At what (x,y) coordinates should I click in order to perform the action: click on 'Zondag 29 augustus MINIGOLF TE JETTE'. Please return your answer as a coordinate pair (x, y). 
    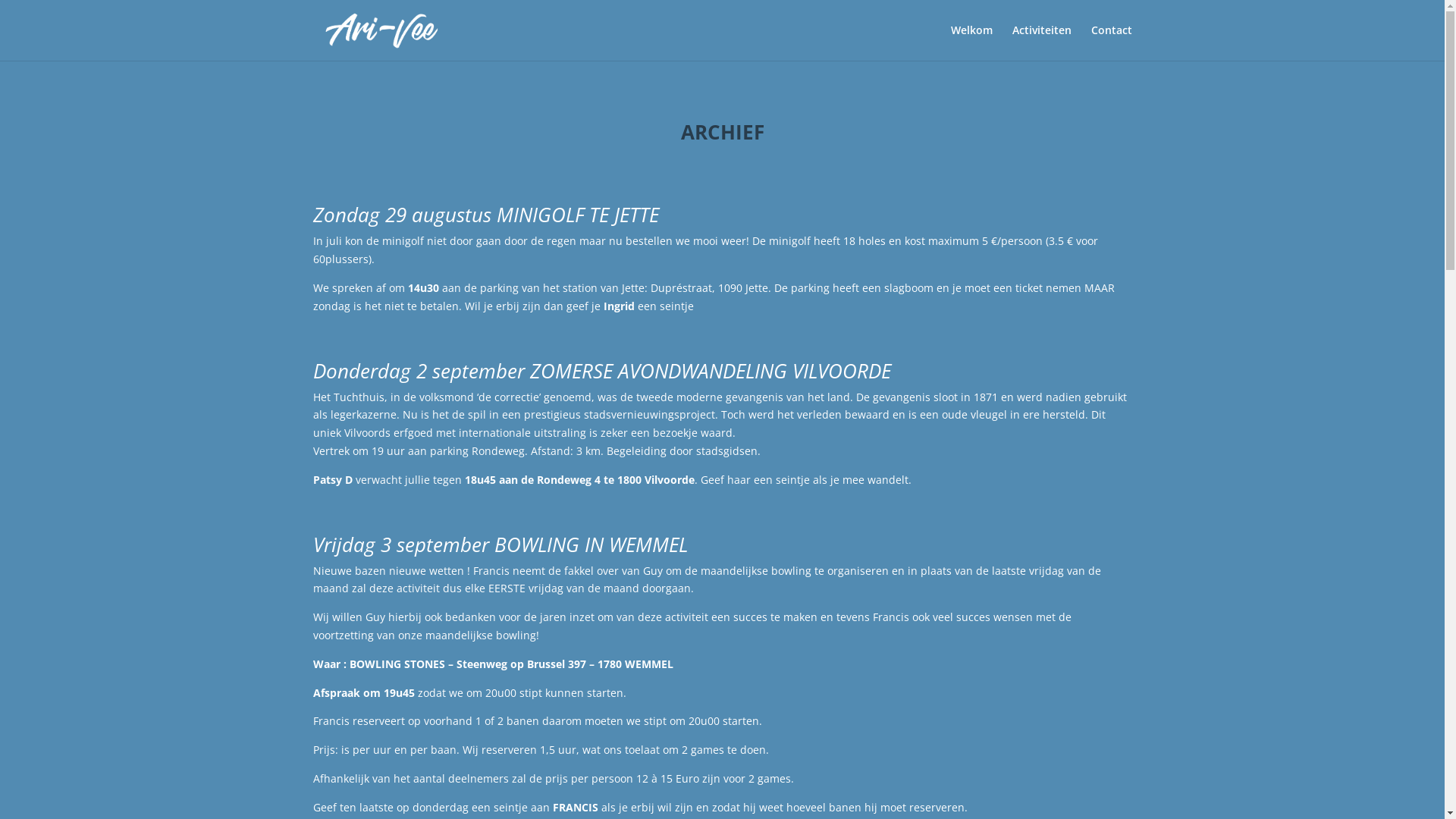
    Looking at the image, I should click on (484, 214).